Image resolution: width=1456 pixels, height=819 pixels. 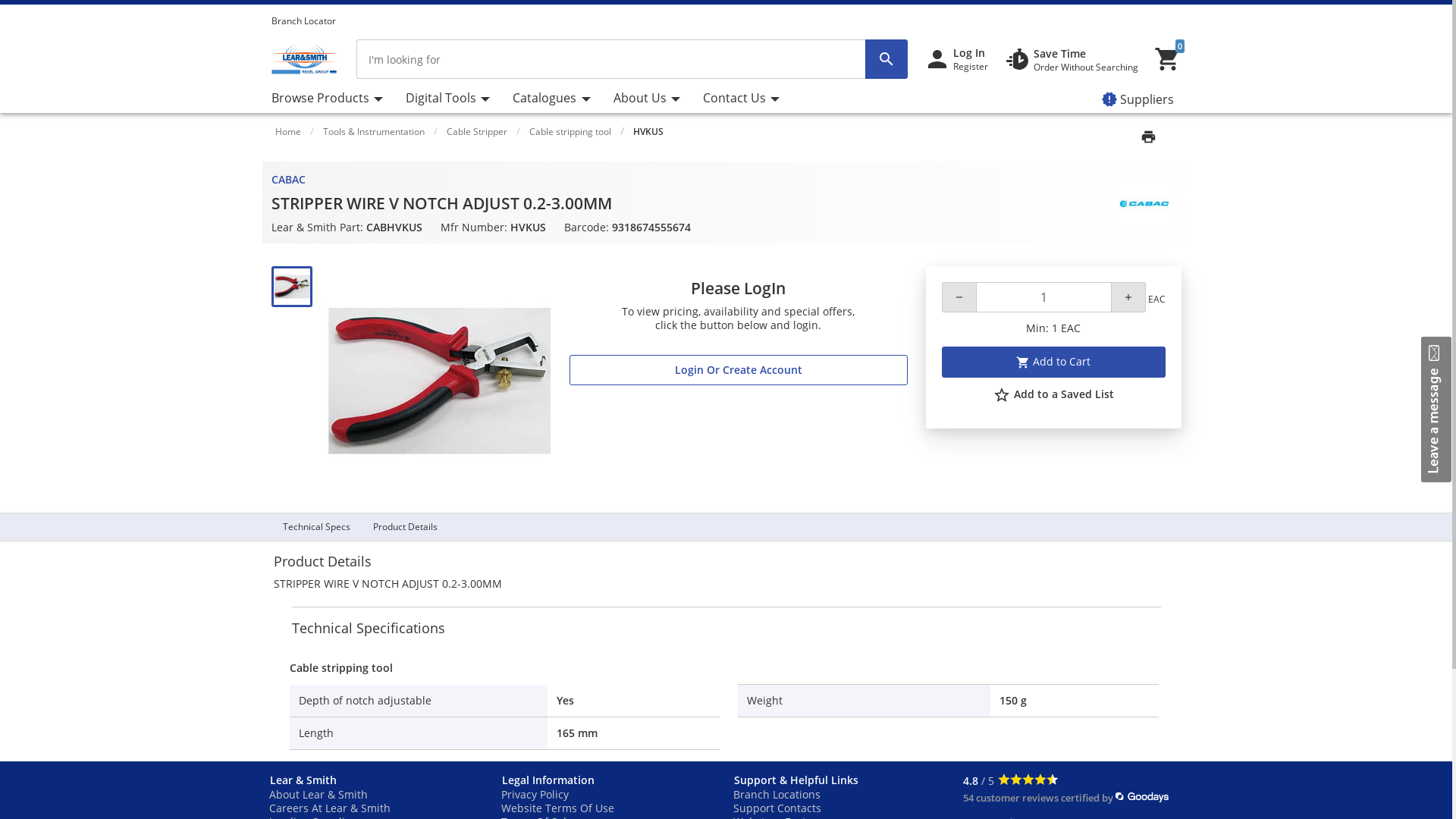 What do you see at coordinates (304, 58) in the screenshot?
I see `'Lear & Smith Home'` at bounding box center [304, 58].